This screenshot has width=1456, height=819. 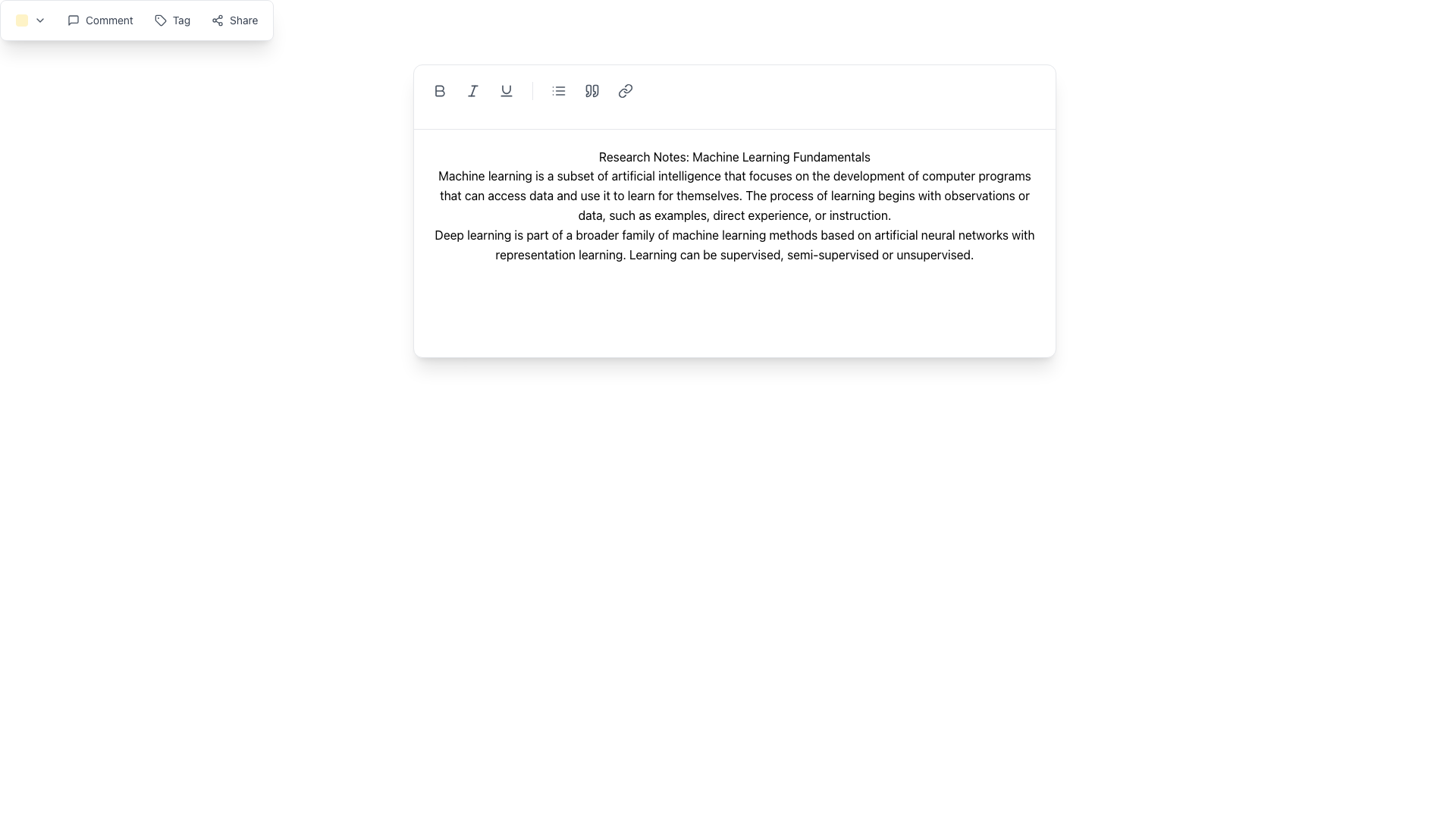 I want to click on the gray quotation mark icon located in the upper-right portion of the toolbar, so click(x=591, y=90).